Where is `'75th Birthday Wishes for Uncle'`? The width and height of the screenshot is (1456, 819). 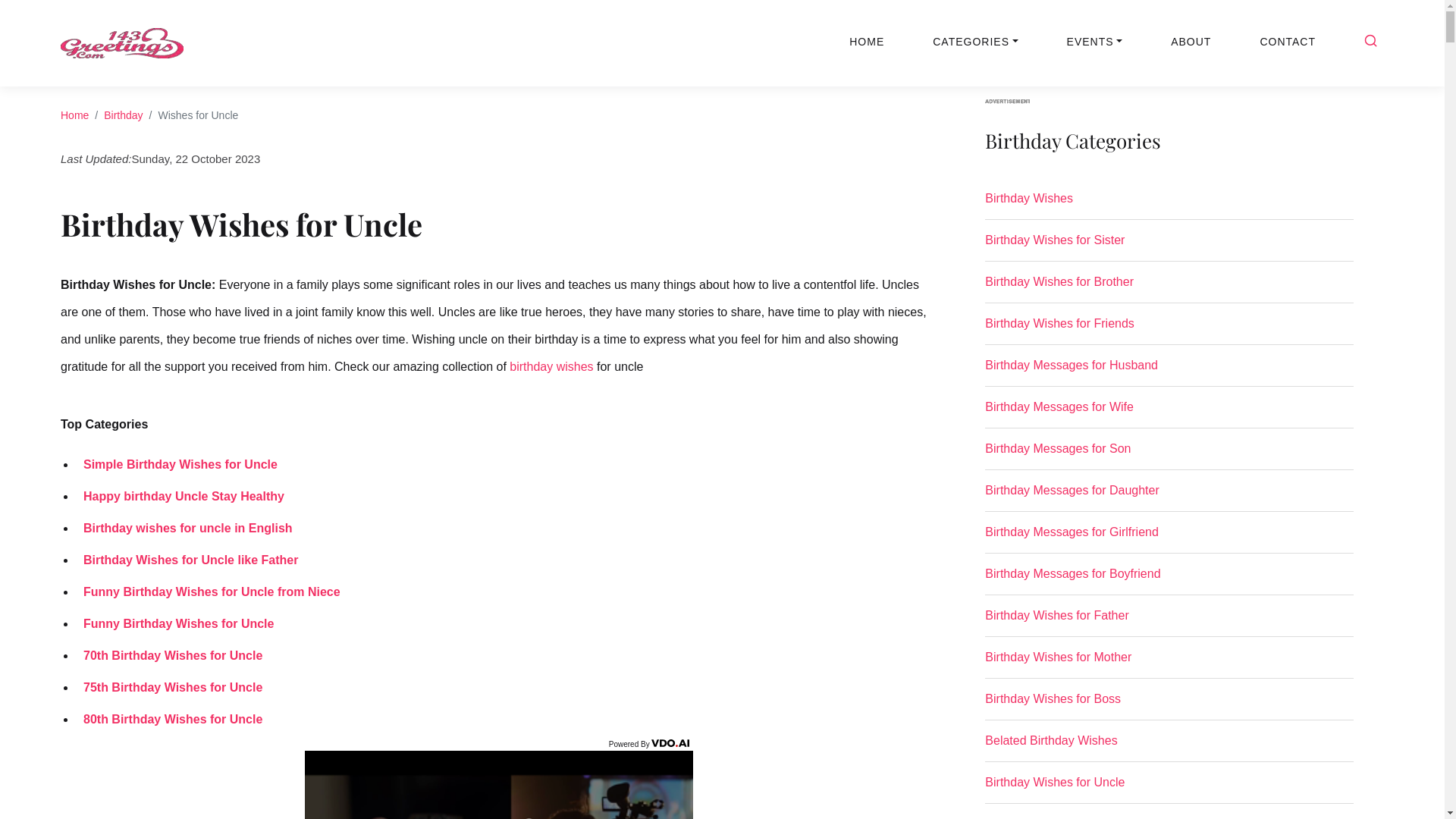
'75th Birthday Wishes for Uncle' is located at coordinates (168, 687).